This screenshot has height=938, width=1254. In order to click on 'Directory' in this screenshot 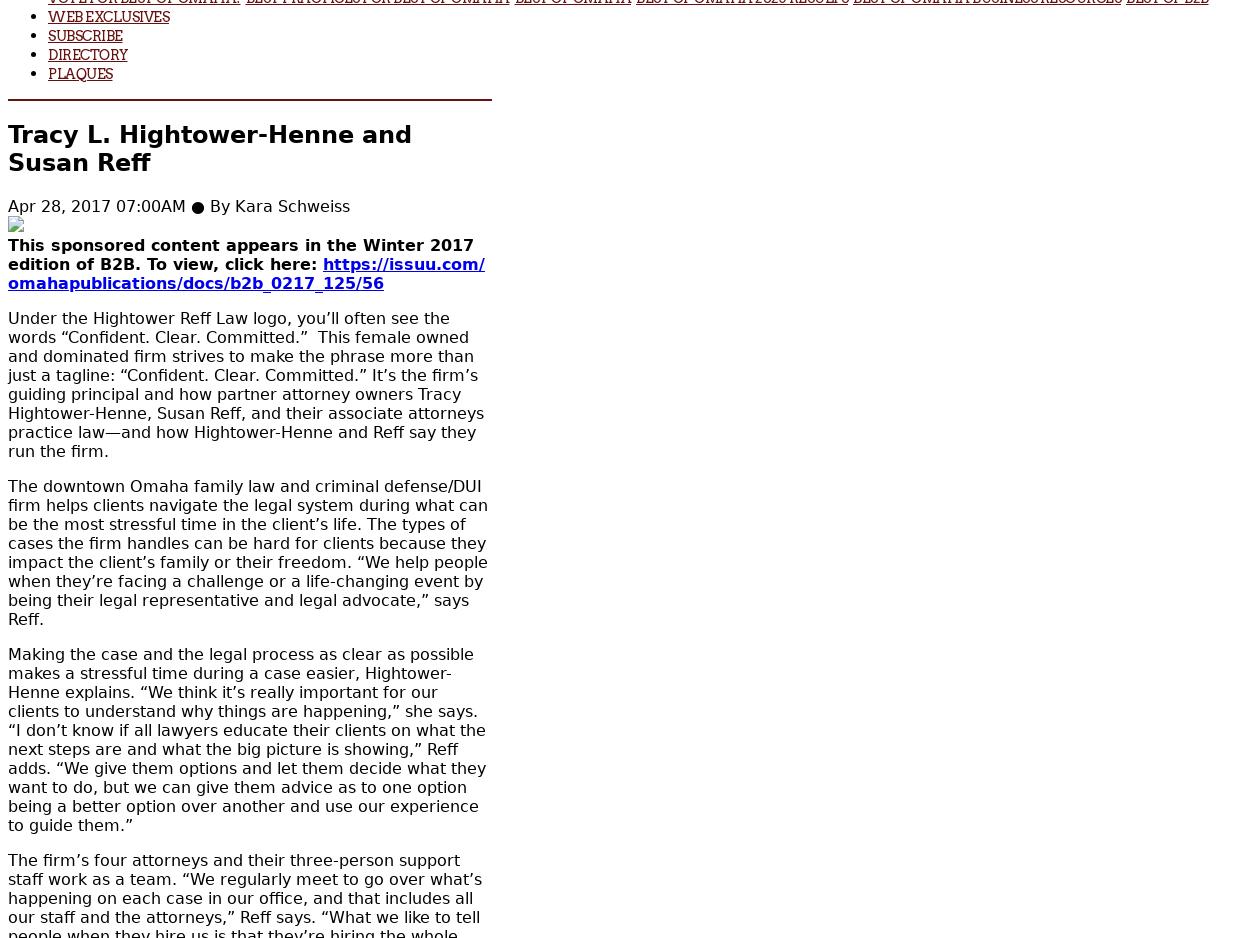, I will do `click(87, 53)`.